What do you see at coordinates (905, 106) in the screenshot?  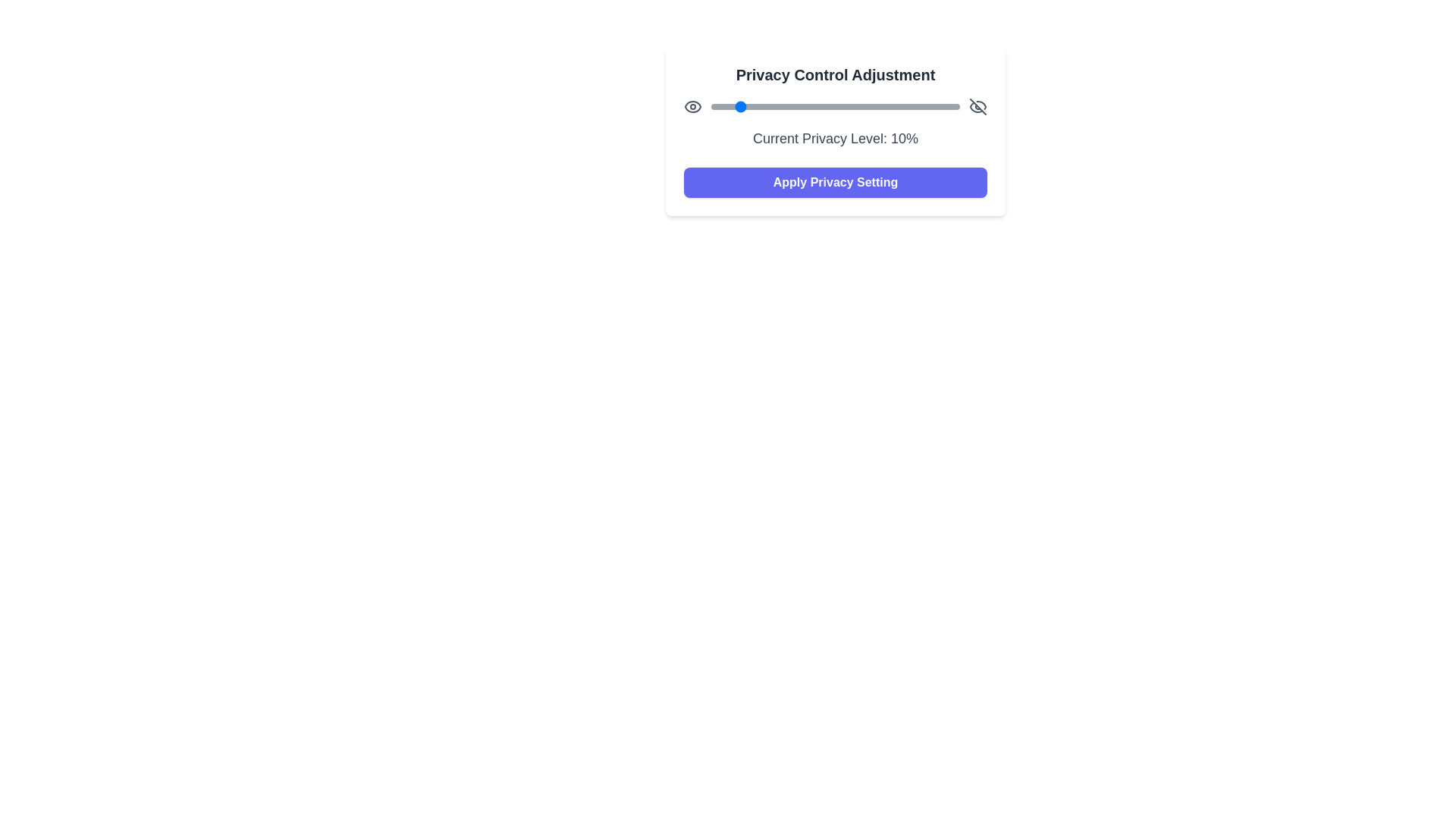 I see `the privacy slider to 78%` at bounding box center [905, 106].